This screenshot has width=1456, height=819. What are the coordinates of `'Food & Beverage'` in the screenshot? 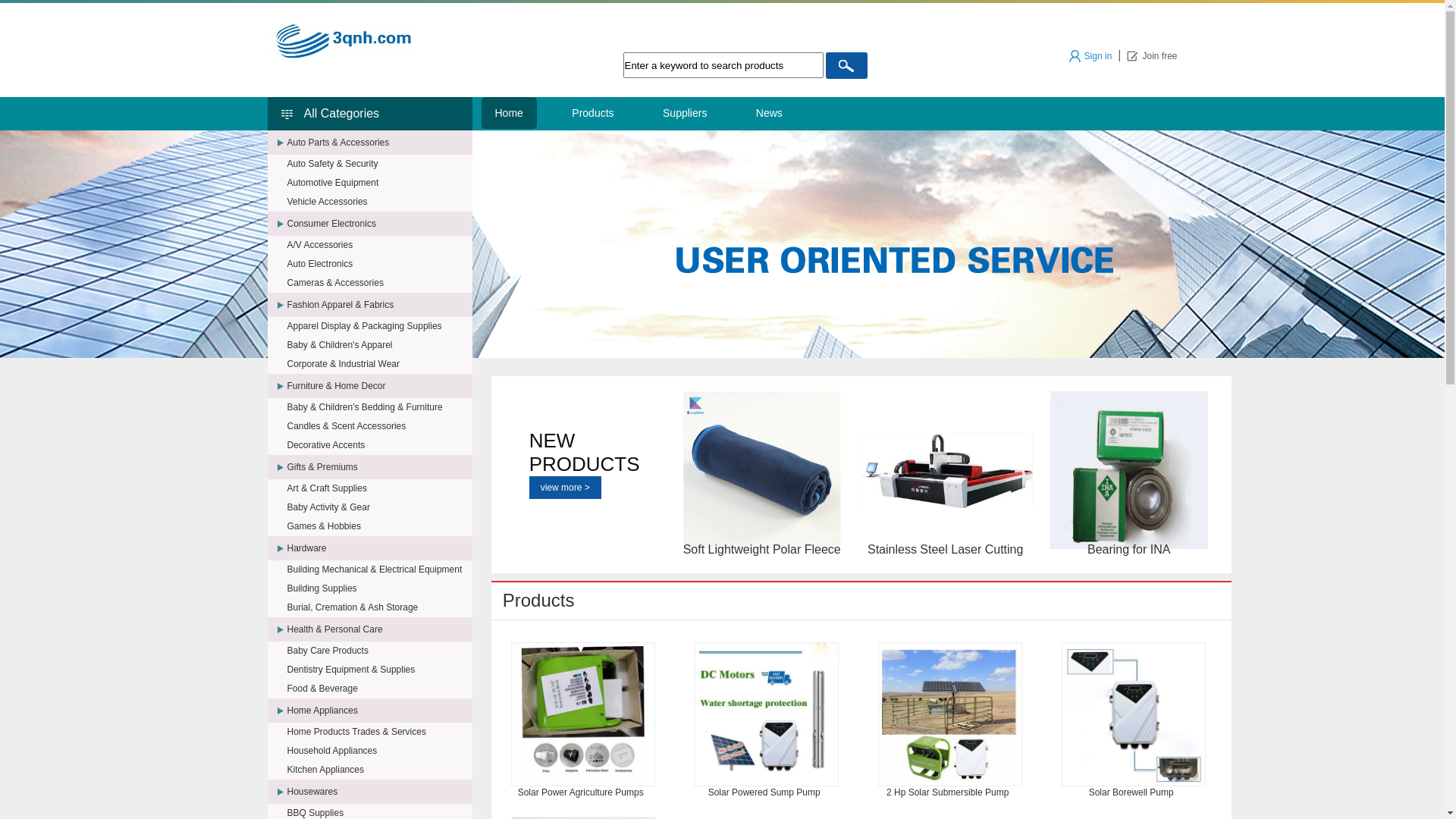 It's located at (378, 688).